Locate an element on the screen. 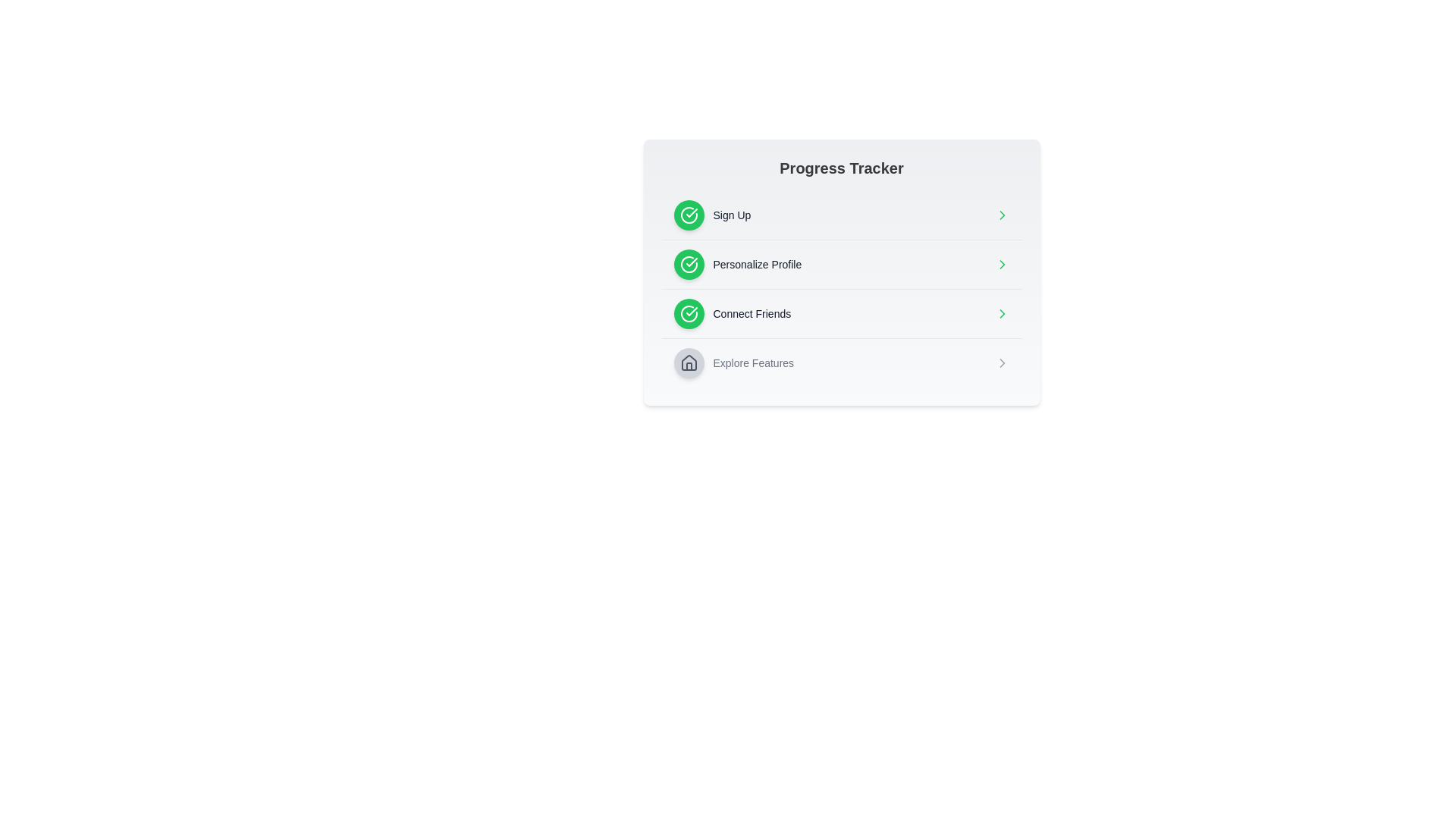 Image resolution: width=1456 pixels, height=819 pixels. text label 'Sign Up' which is visually styled with medium font-weight and gray color, located to the right of a green circular checkmark icon in the 'Progress Tracker' section is located at coordinates (732, 215).